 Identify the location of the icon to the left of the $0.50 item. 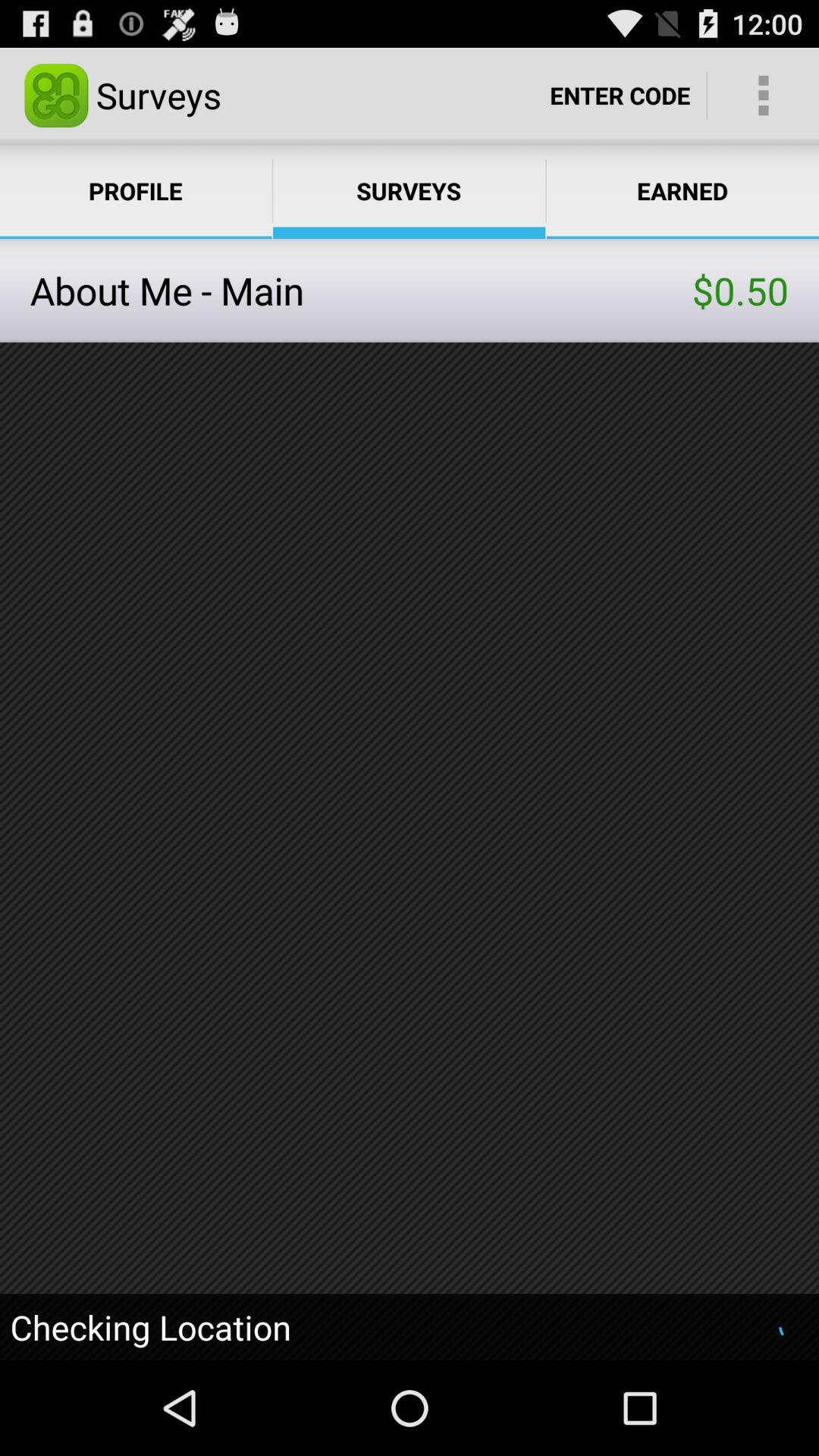
(361, 290).